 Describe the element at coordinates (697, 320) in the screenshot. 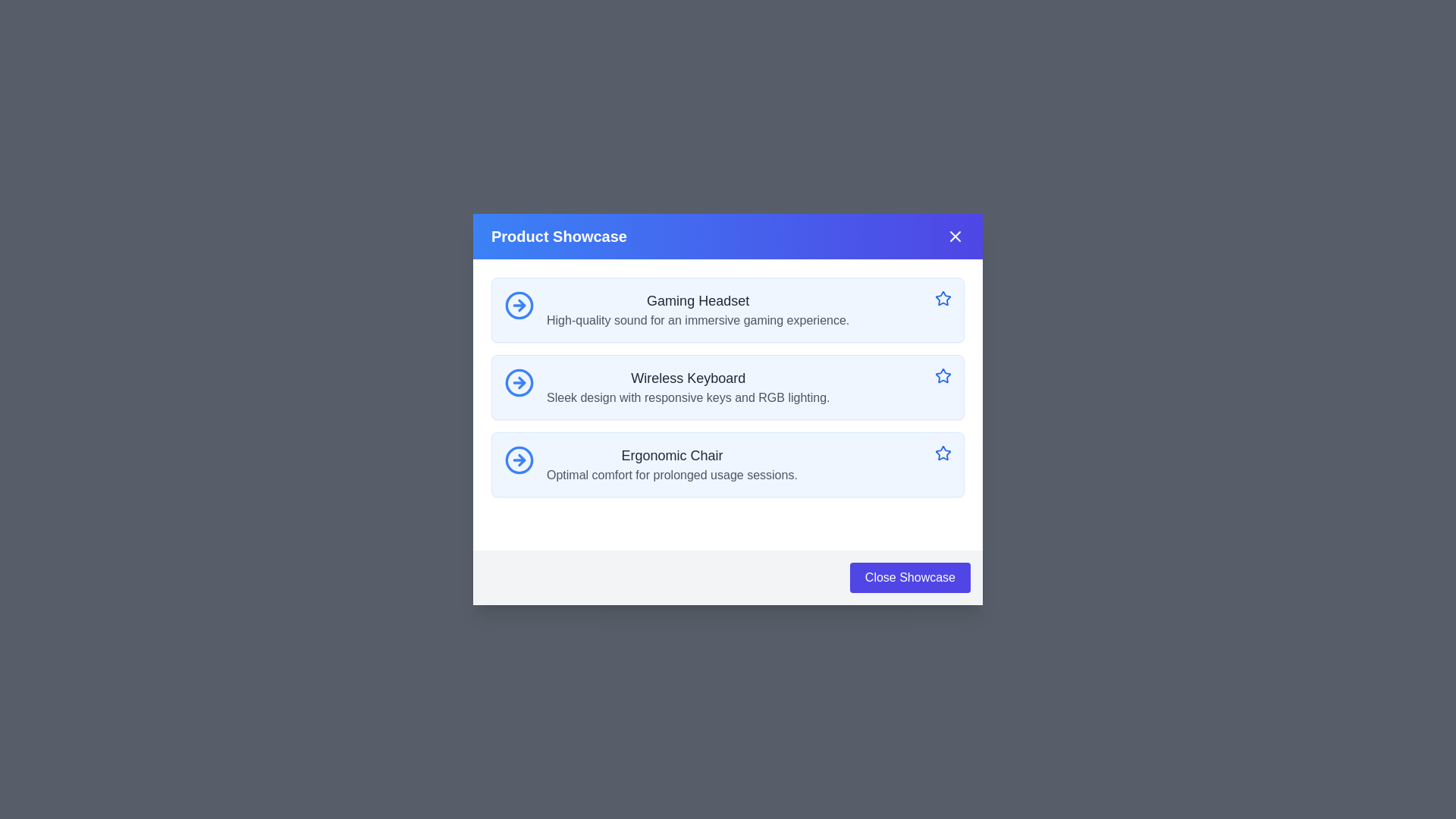

I see `the static text displaying 'High-quality sound for an immersive gaming experience.' which is located below the title 'Gaming Headset' in the Product Showcase modal` at that location.